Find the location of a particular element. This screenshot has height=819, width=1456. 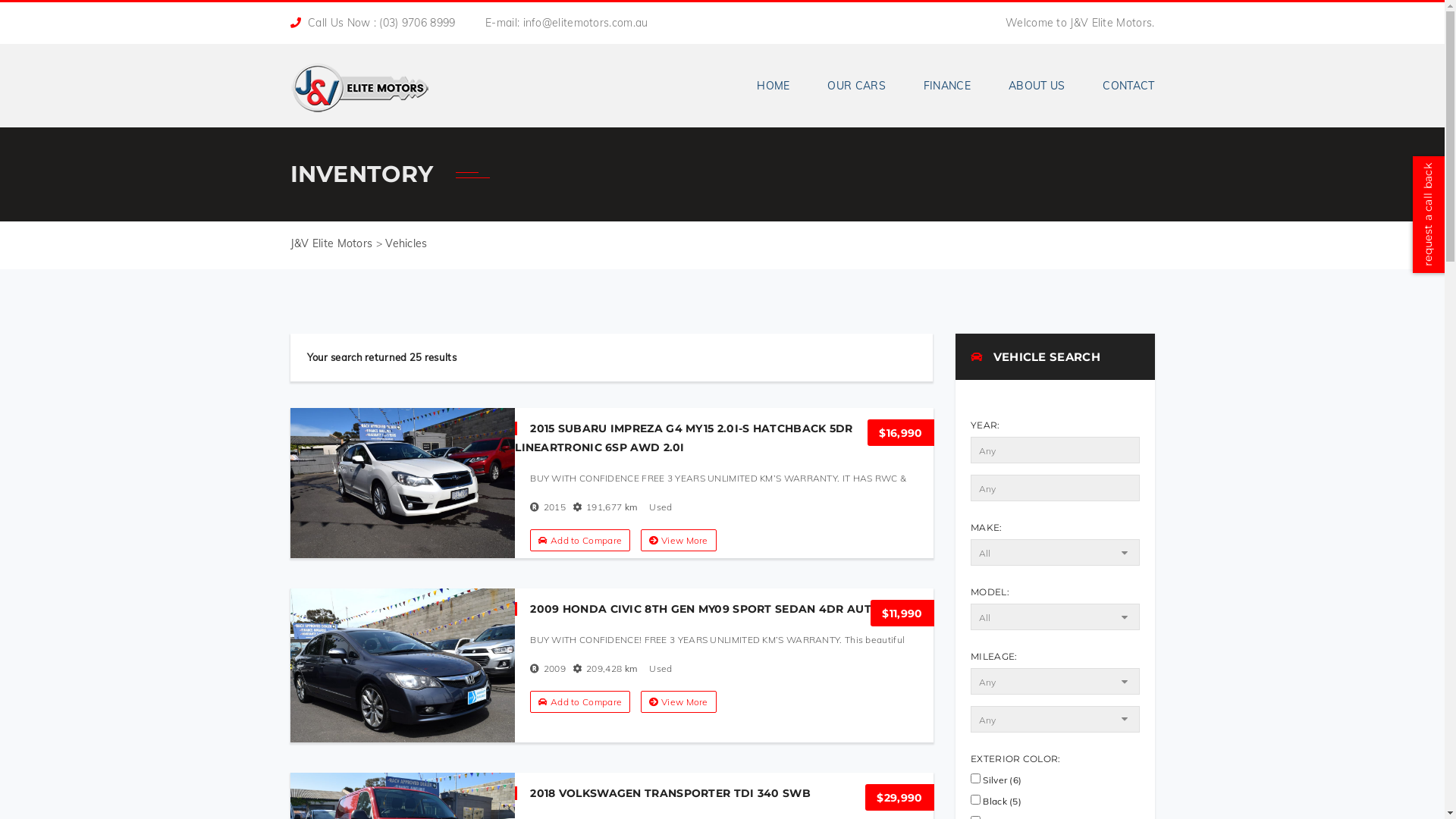

'ABOUT US' is located at coordinates (1036, 85).